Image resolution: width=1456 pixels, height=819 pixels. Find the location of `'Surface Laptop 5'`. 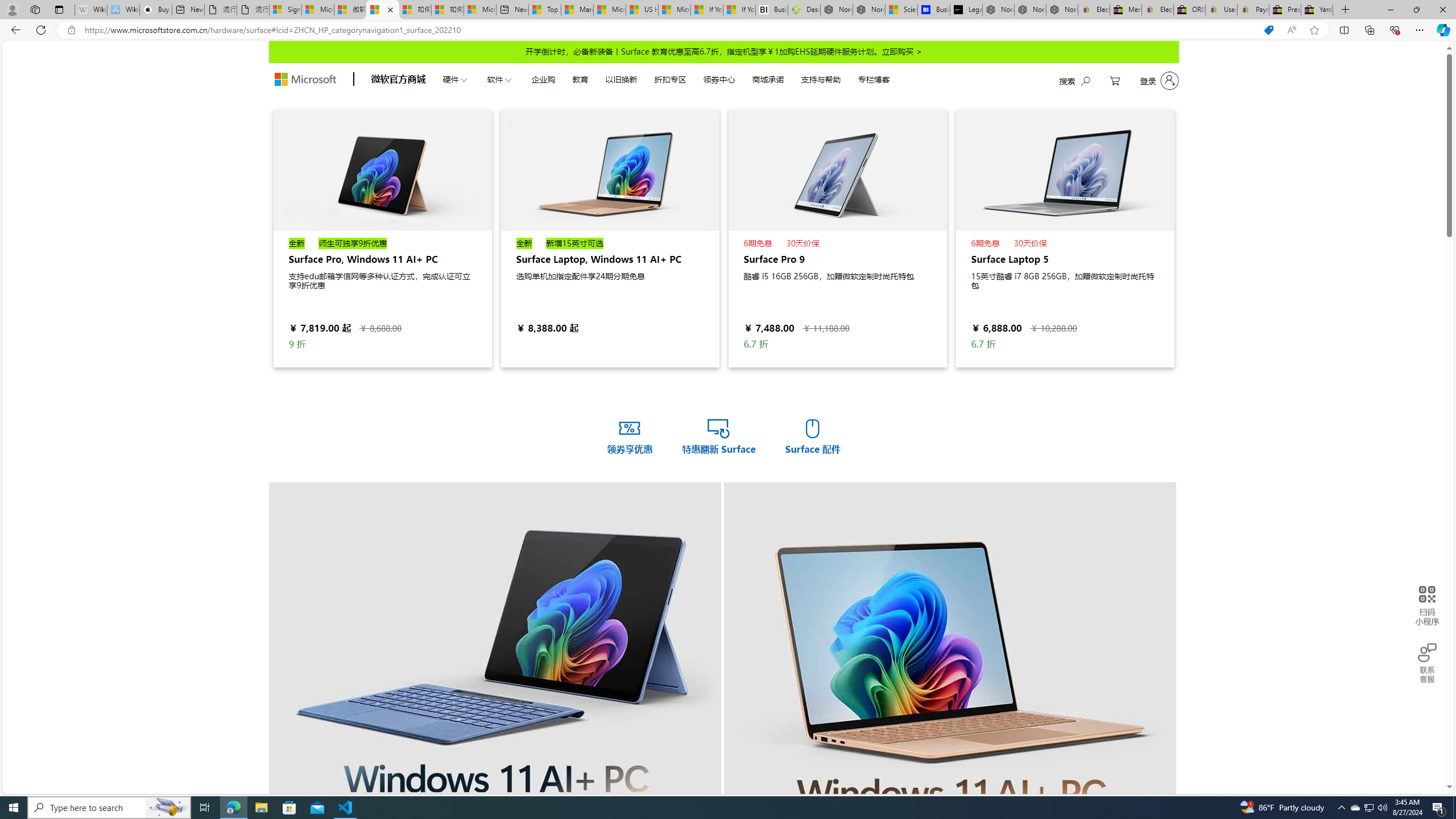

'Surface Laptop 5' is located at coordinates (1064, 238).